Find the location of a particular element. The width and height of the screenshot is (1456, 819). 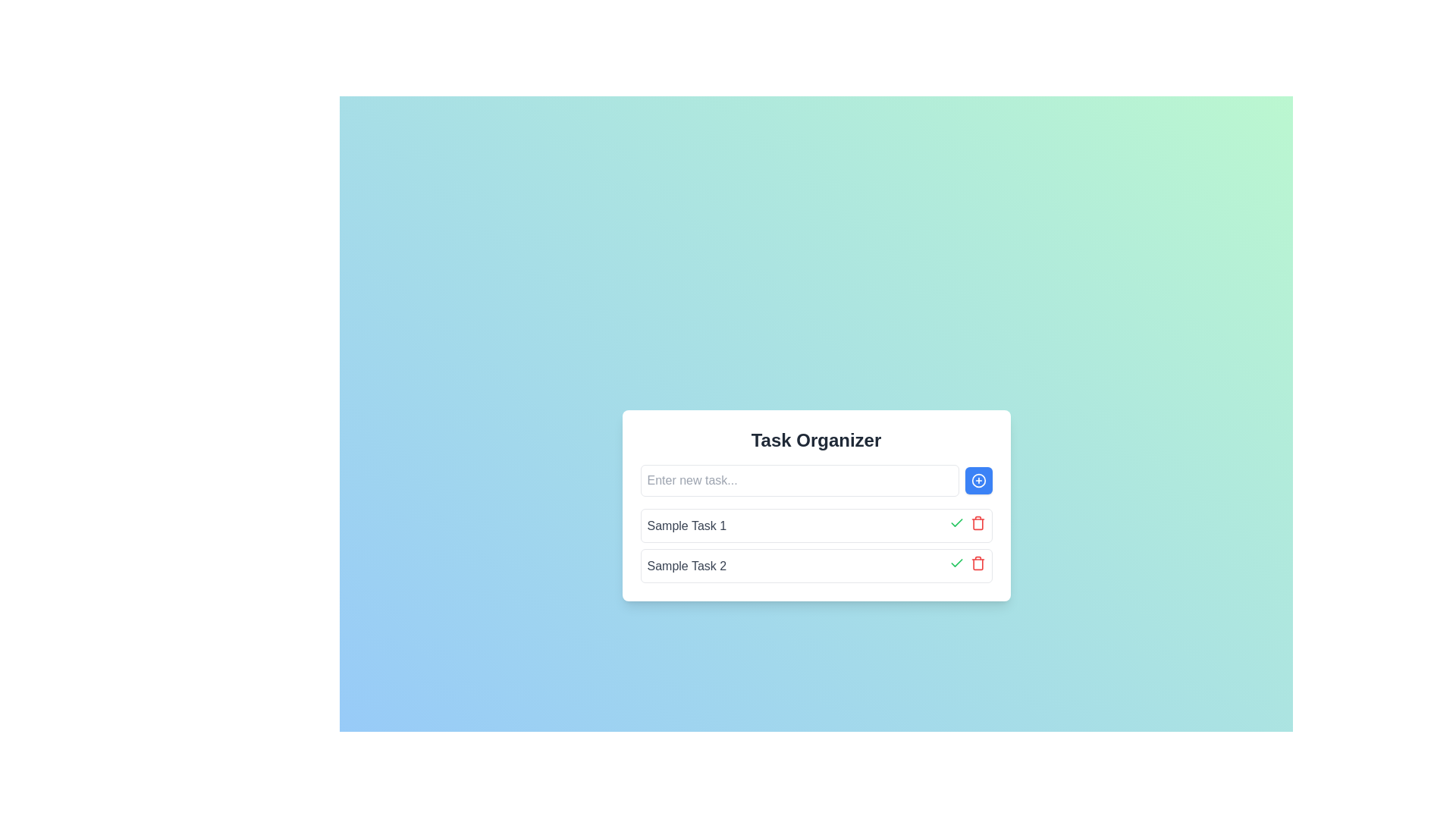

the green checkmark icon located to the right of the task labeled 'Sample Task 1' is located at coordinates (955, 563).